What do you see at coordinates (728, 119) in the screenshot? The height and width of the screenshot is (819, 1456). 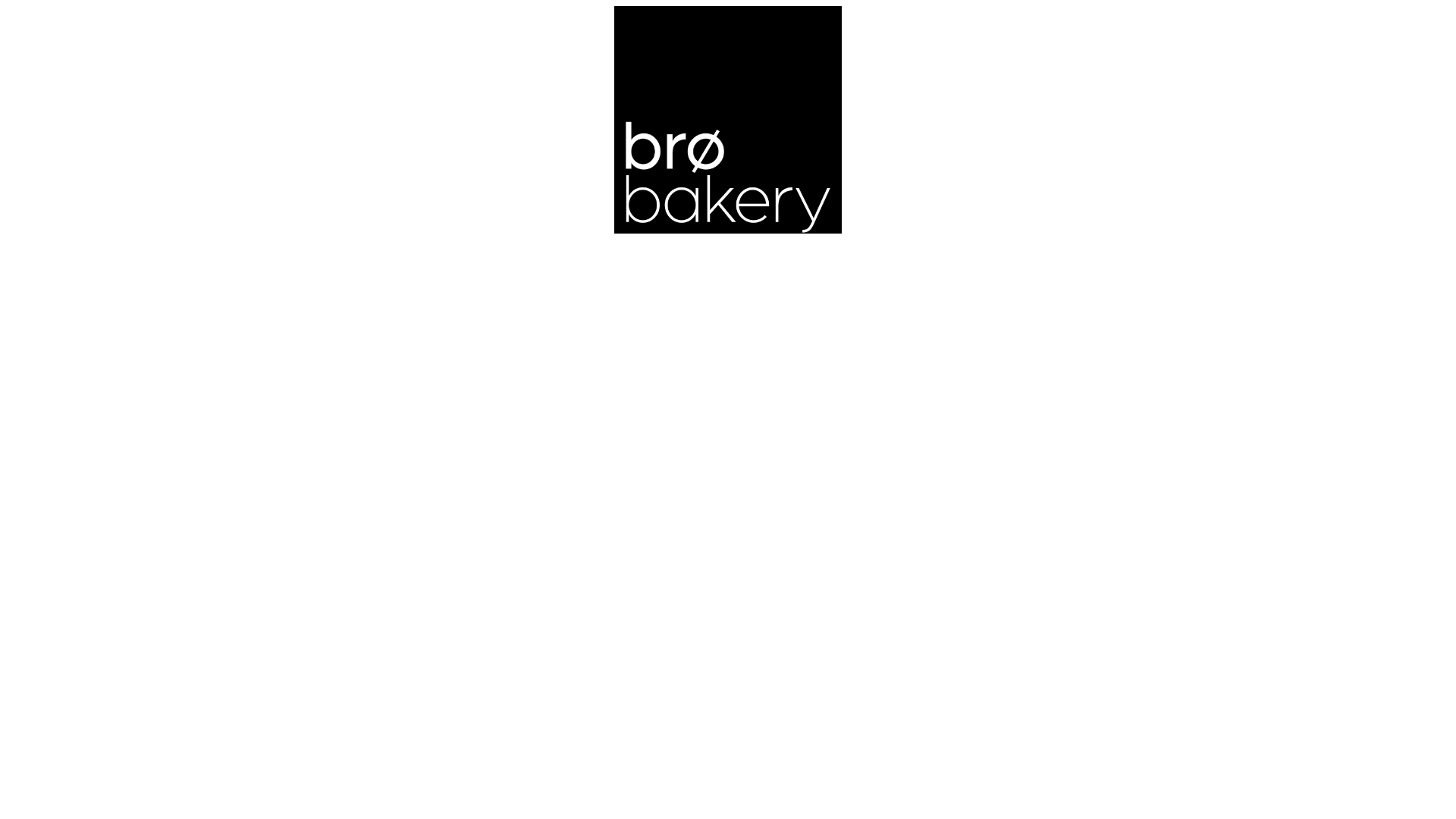 I see `'Bro Backery'` at bounding box center [728, 119].